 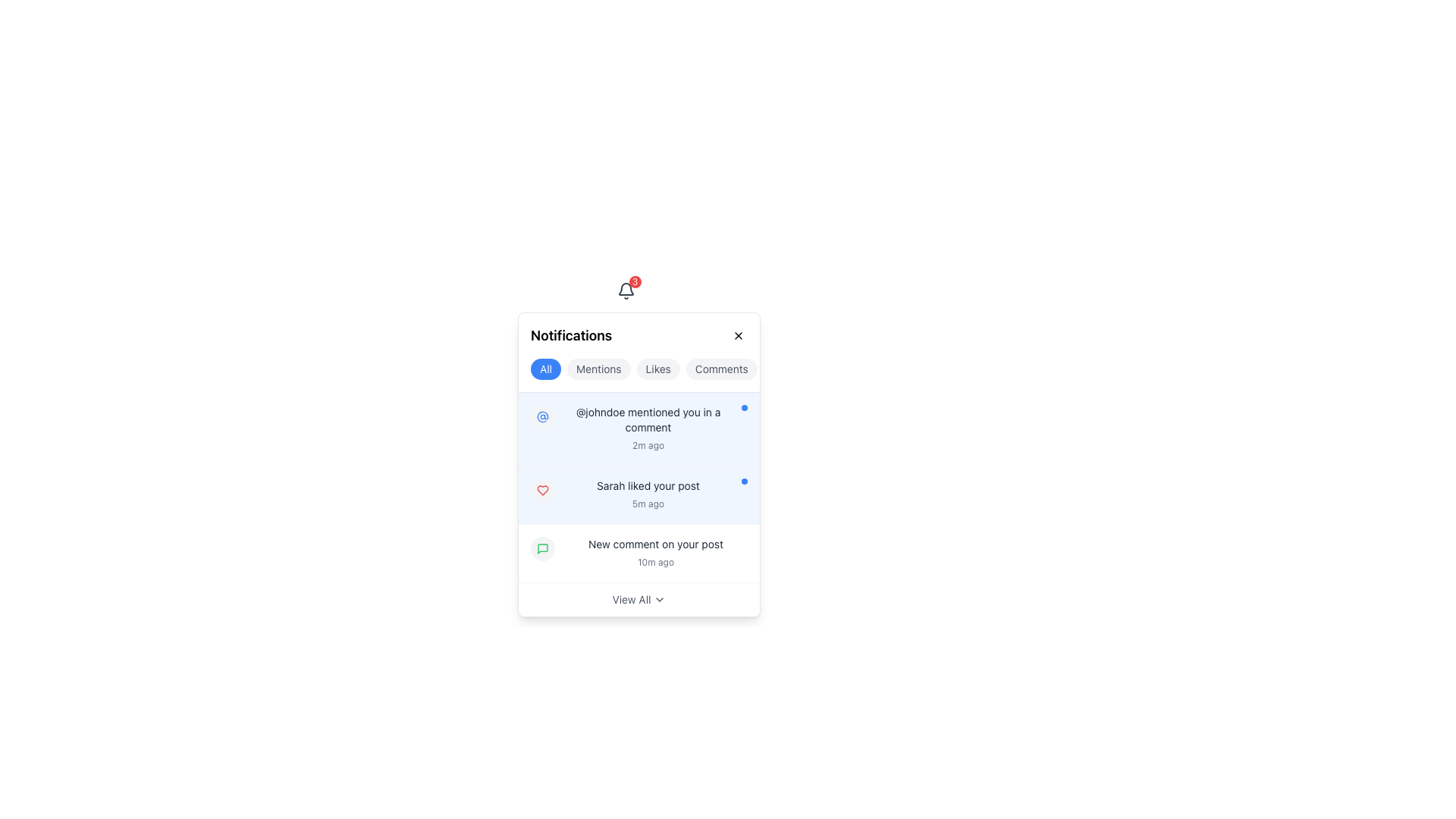 What do you see at coordinates (639, 598) in the screenshot?
I see `the 'View All' button located at the bottom of the dropdown notification menu` at bounding box center [639, 598].